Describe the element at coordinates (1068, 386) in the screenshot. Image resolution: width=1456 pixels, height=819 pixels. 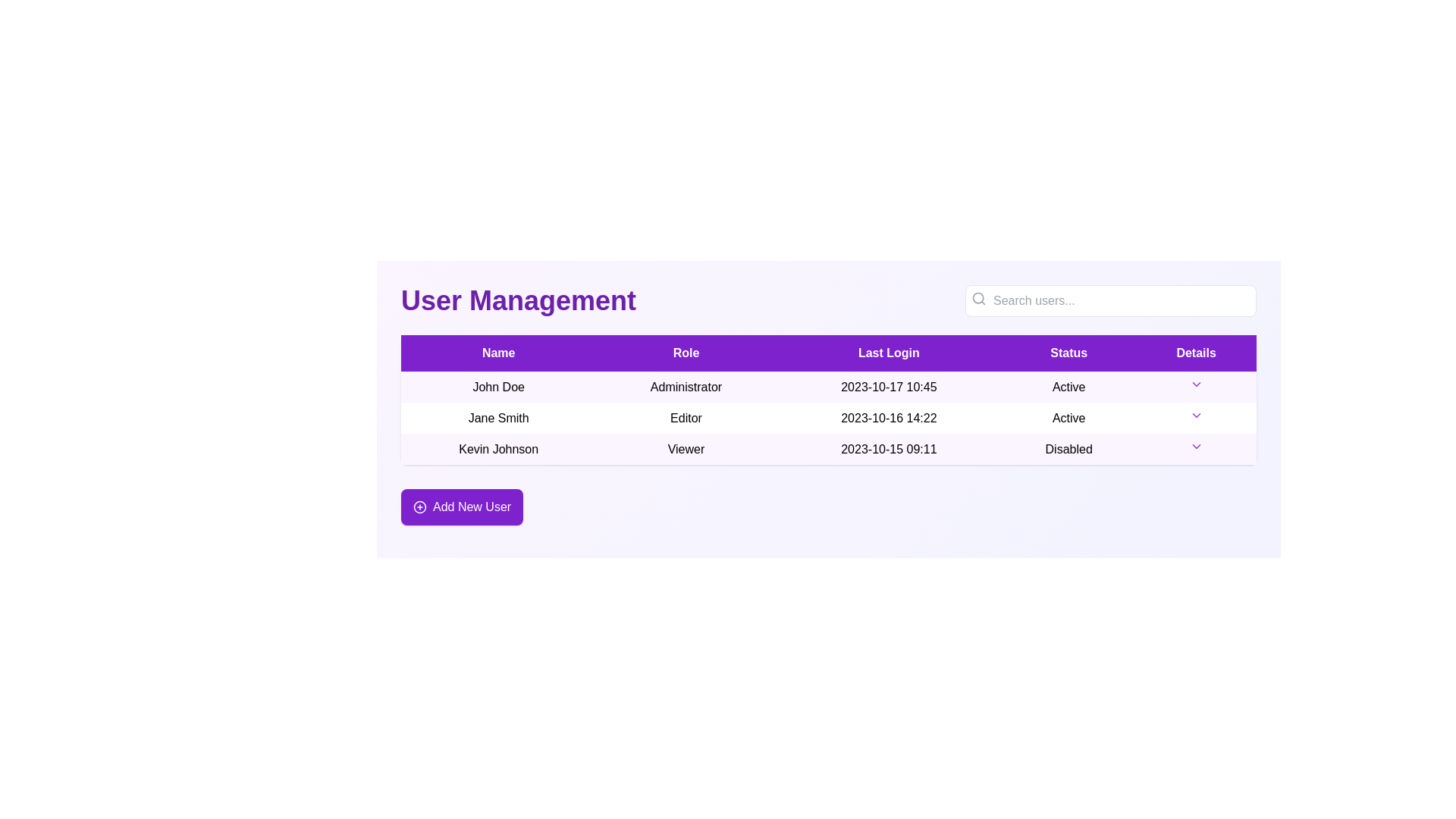
I see `the 'Active' status text label in the user management table for 'John Doe', which indicates the current status of the entity` at that location.